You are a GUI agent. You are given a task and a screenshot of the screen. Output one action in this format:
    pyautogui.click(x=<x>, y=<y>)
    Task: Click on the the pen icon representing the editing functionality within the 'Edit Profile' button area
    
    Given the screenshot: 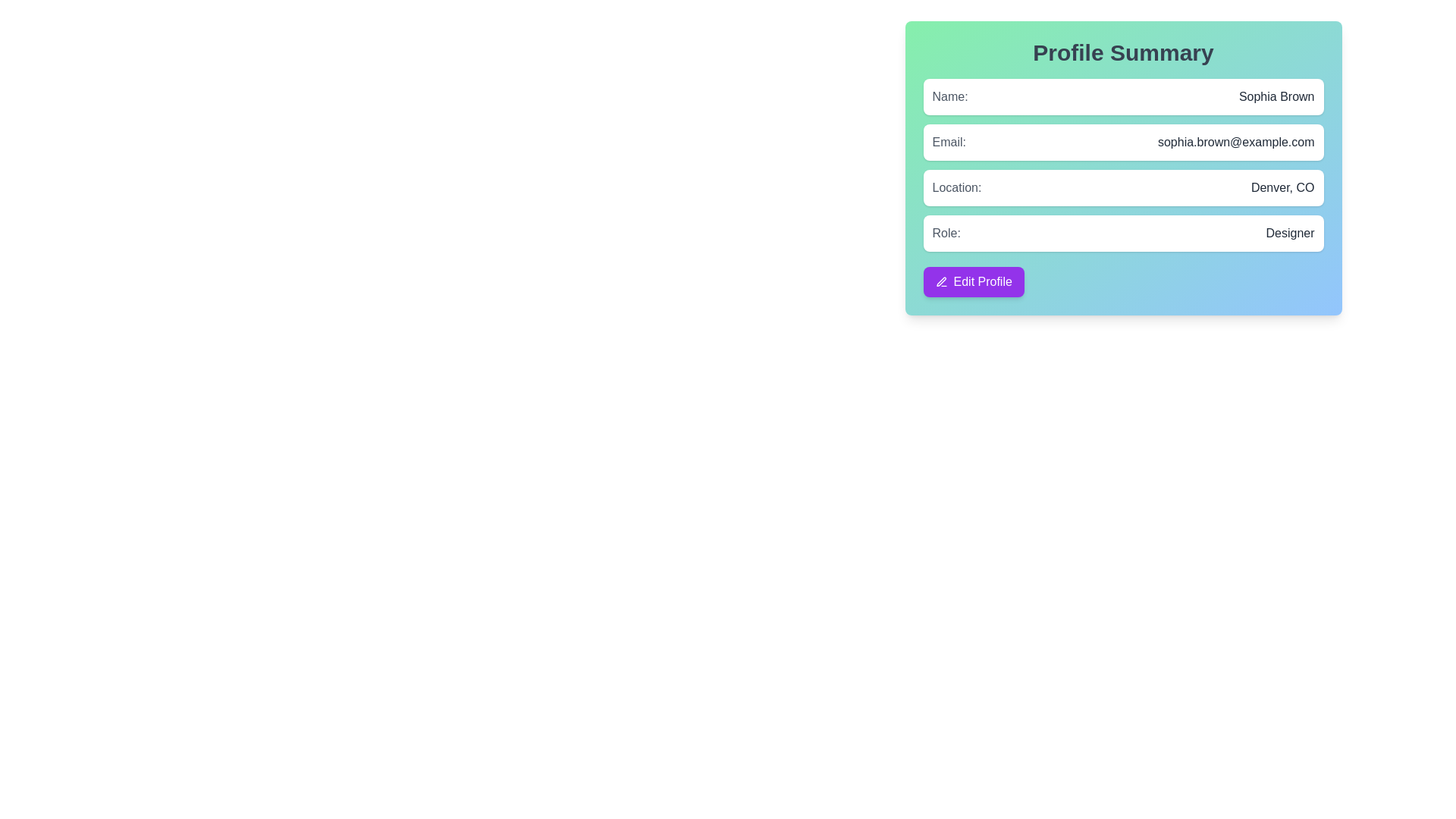 What is the action you would take?
    pyautogui.click(x=940, y=281)
    